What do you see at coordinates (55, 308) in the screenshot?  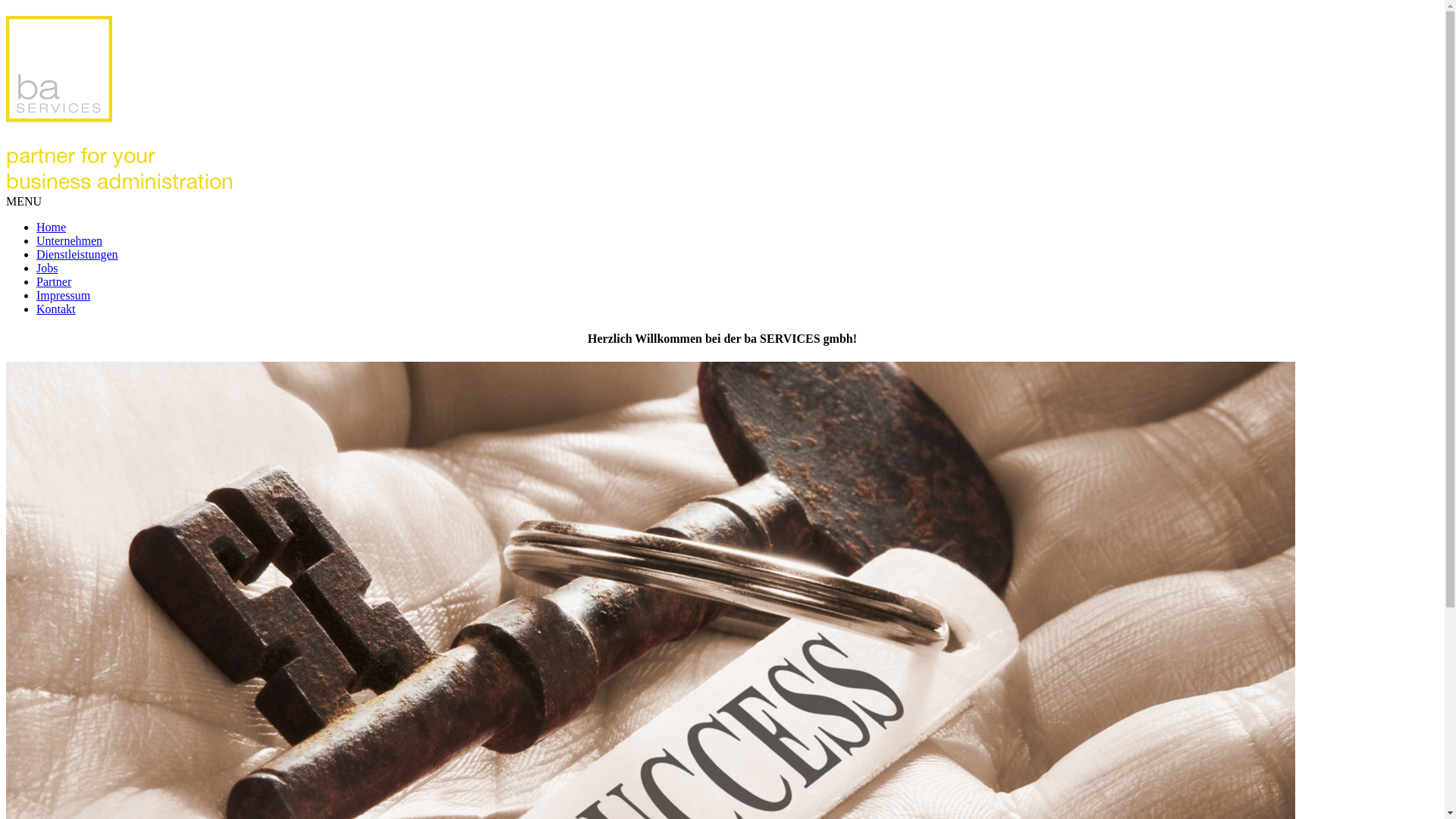 I see `'Kontakt'` at bounding box center [55, 308].